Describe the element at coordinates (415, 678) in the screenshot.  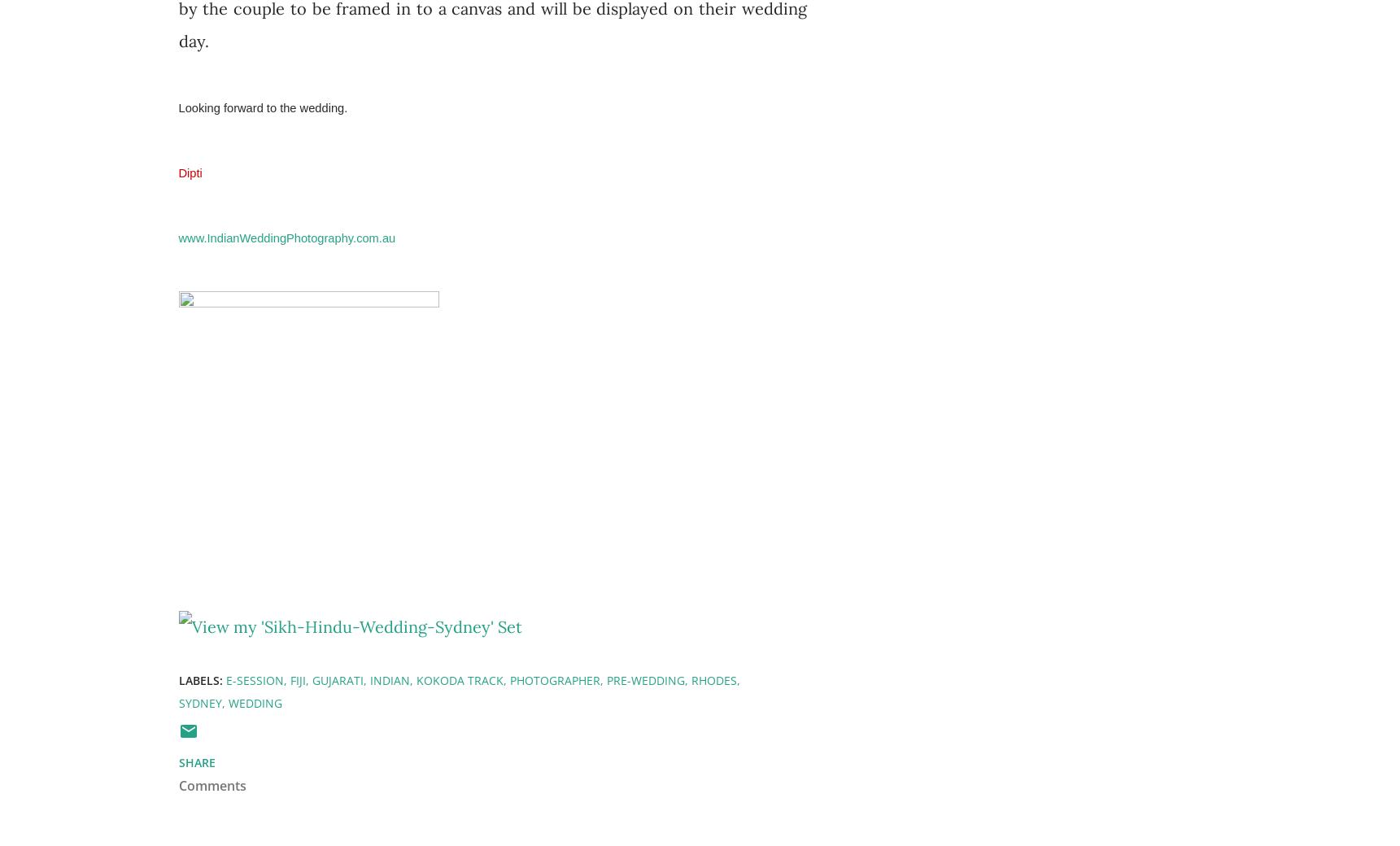
I see `'kokoda track'` at that location.